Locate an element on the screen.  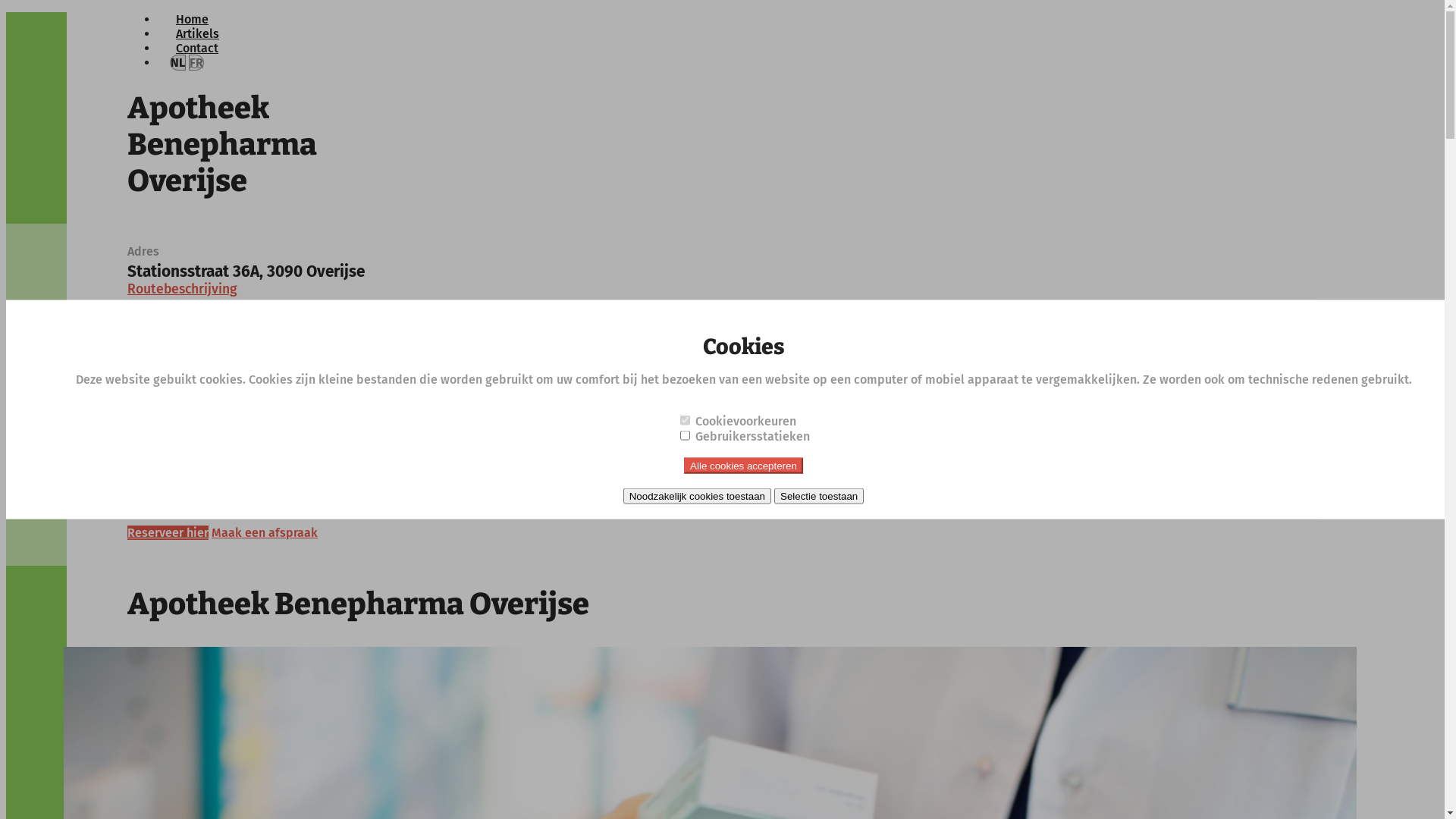
'Noodzakelijk cookies toestaan' is located at coordinates (623, 495).